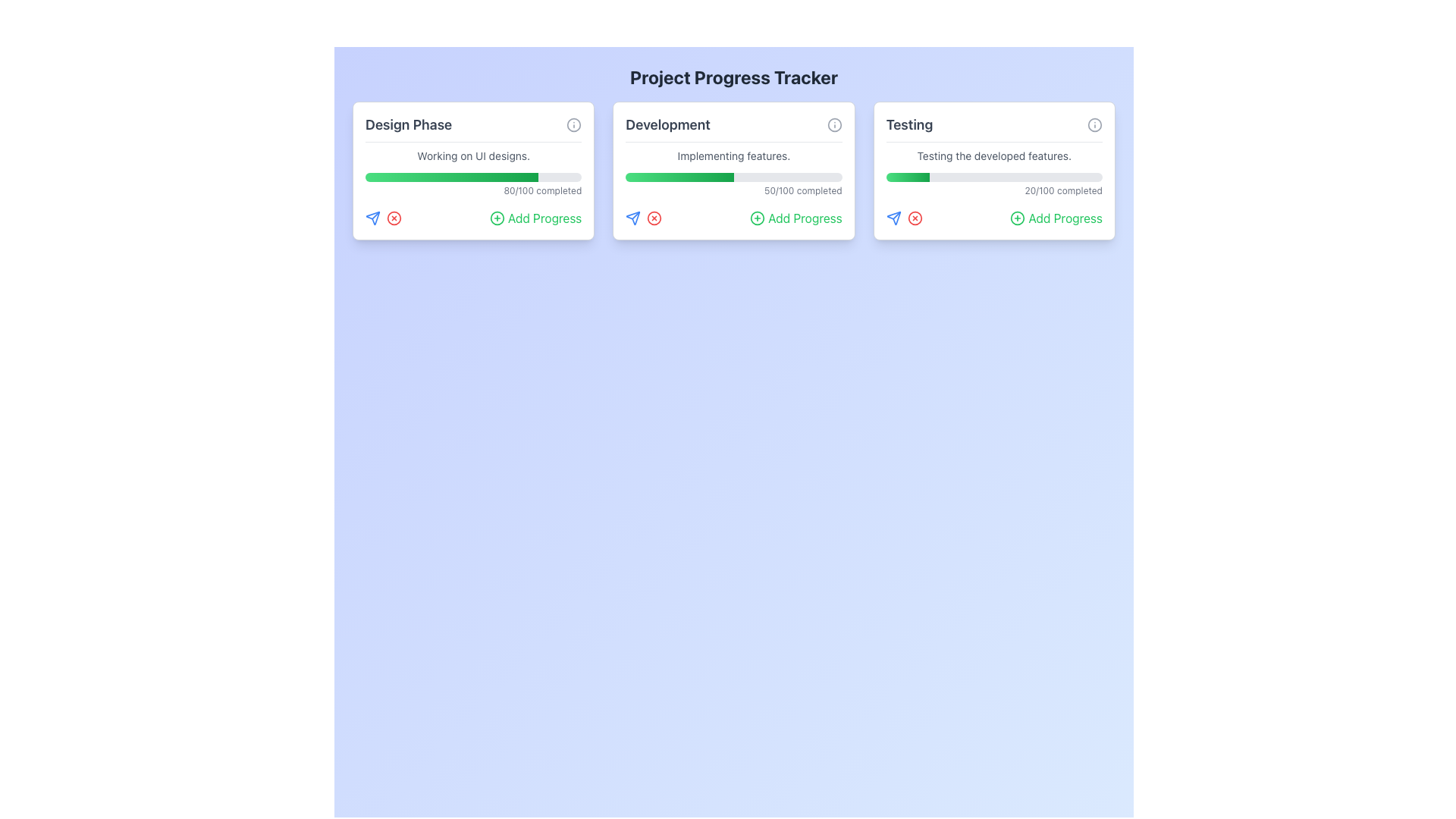 Image resolution: width=1456 pixels, height=819 pixels. What do you see at coordinates (927, 177) in the screenshot?
I see `the progress value` at bounding box center [927, 177].